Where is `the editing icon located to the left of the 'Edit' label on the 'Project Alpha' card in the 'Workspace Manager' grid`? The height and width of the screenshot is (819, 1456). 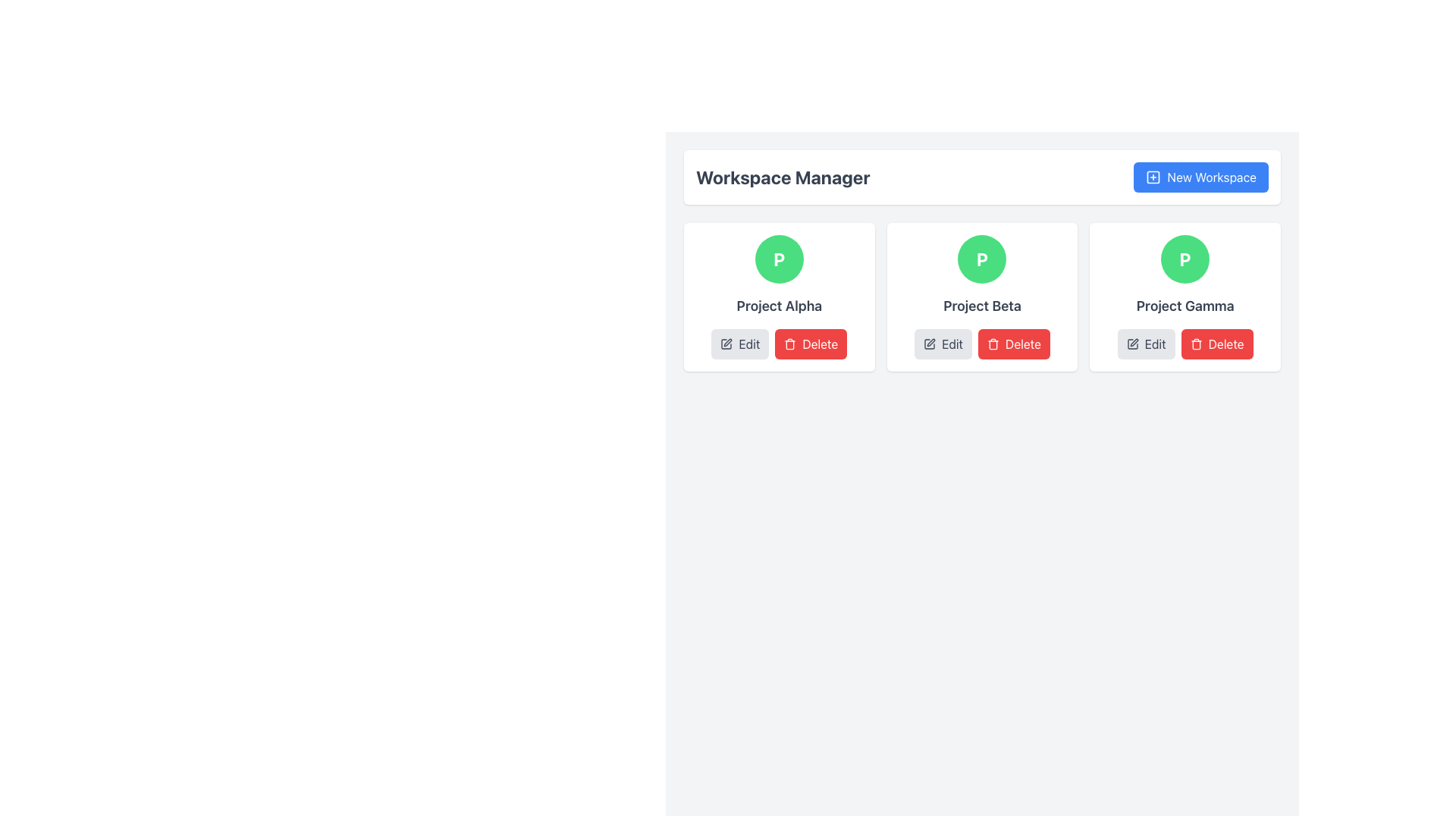
the editing icon located to the left of the 'Edit' label on the 'Project Alpha' card in the 'Workspace Manager' grid is located at coordinates (726, 344).